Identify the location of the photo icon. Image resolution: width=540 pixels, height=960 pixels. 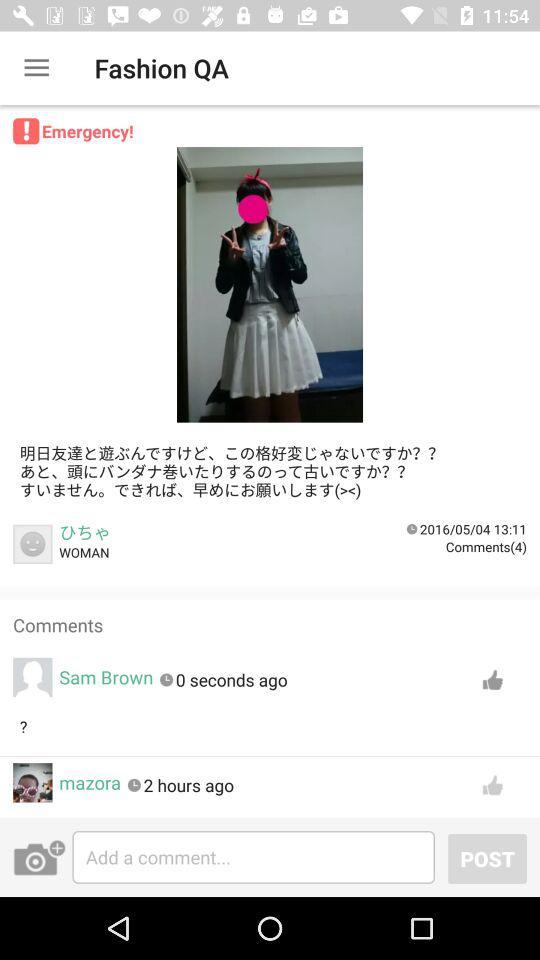
(39, 856).